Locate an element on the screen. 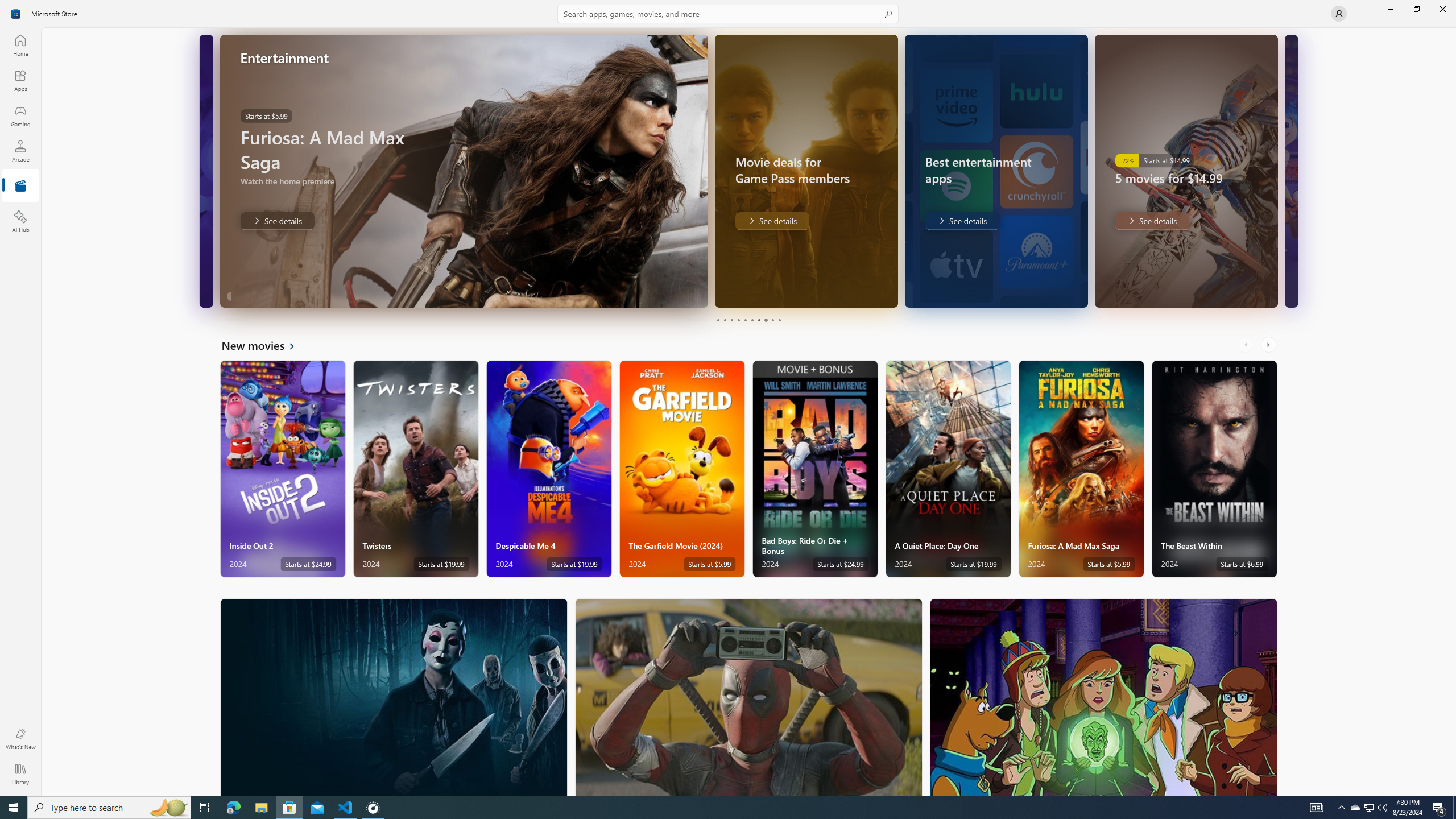  'Page 9' is located at coordinates (772, 320).